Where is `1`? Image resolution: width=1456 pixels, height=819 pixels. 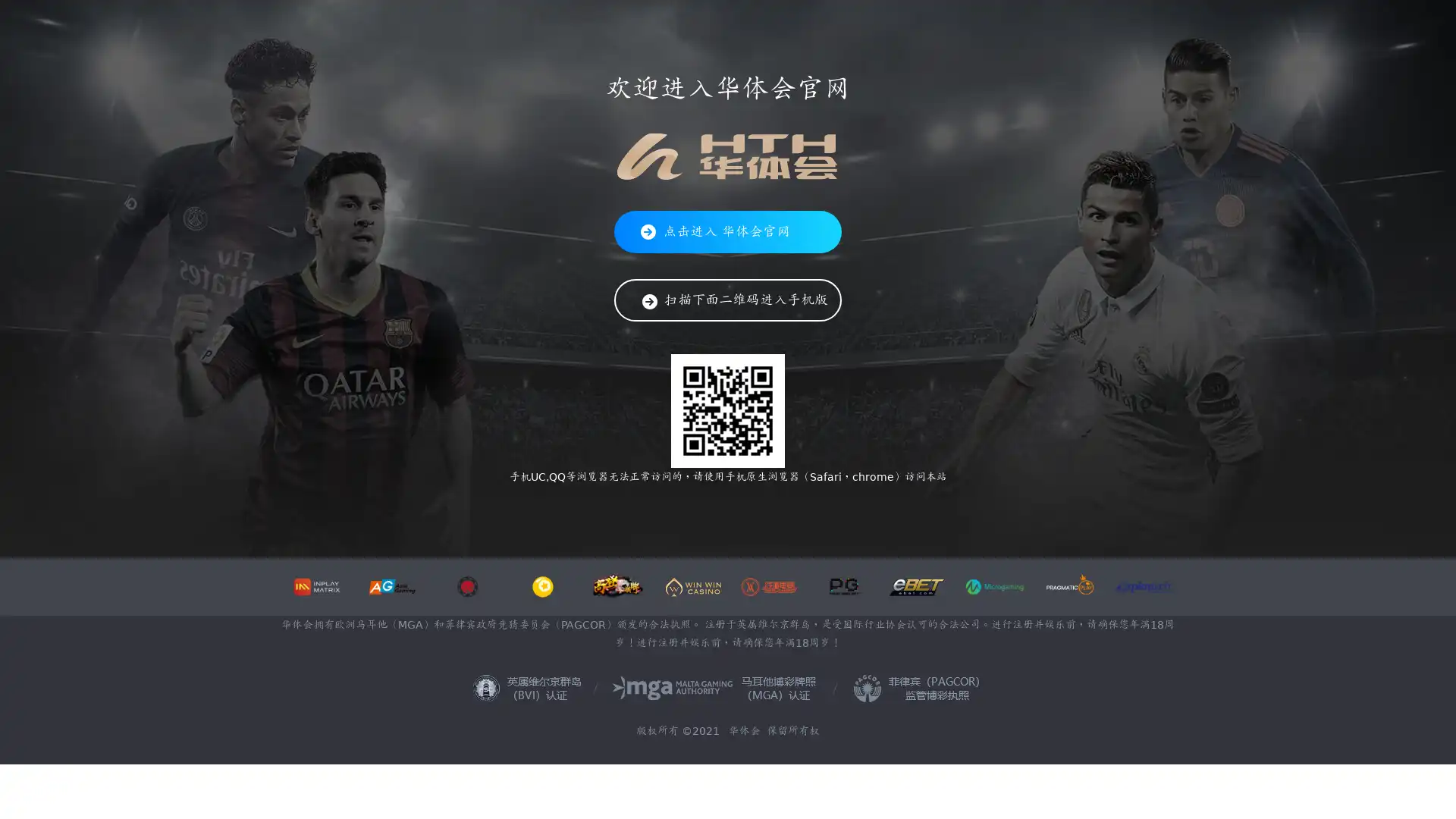
1 is located at coordinates (560, 505).